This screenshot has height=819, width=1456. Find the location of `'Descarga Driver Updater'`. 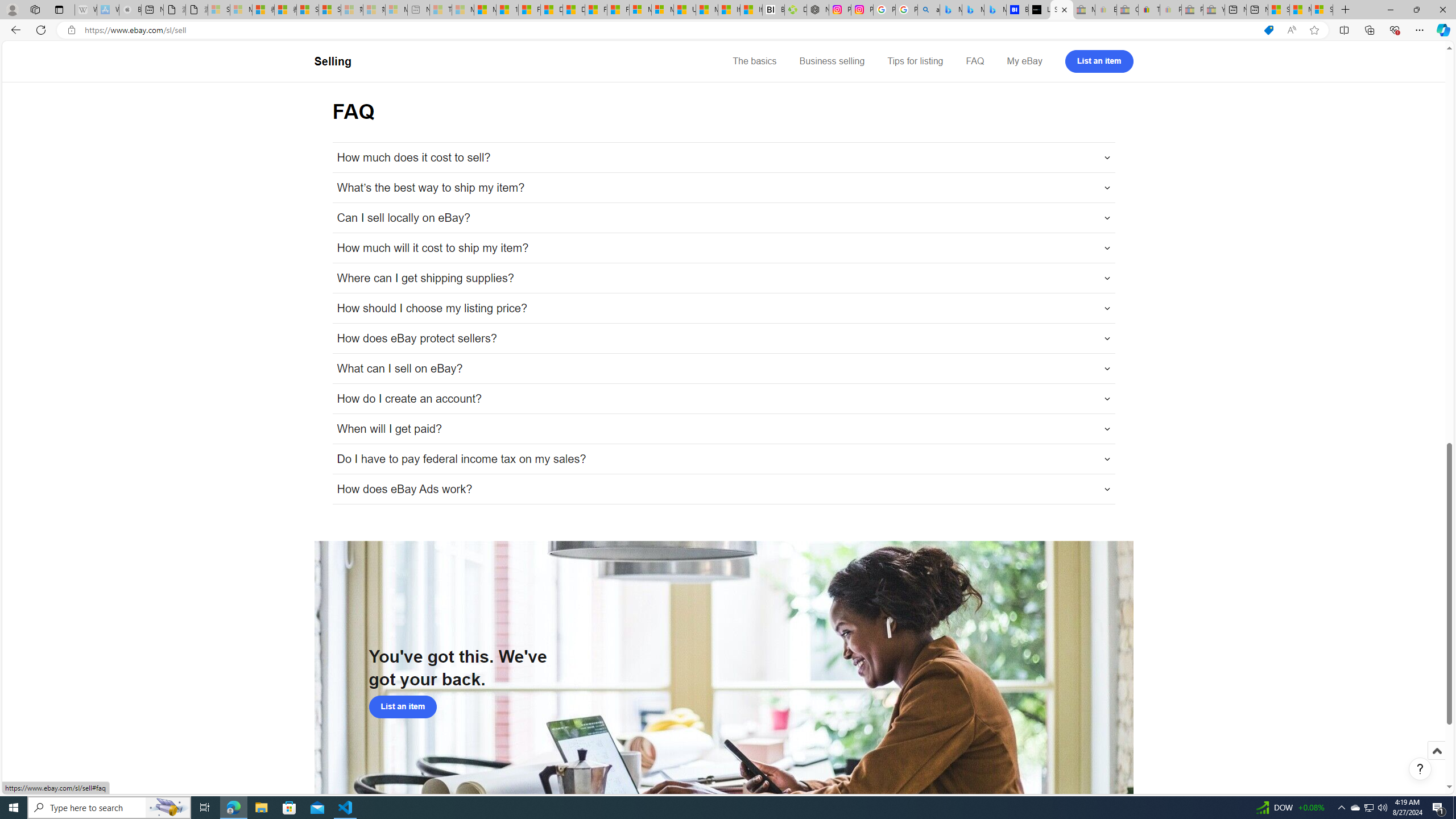

'Descarga Driver Updater' is located at coordinates (795, 9).